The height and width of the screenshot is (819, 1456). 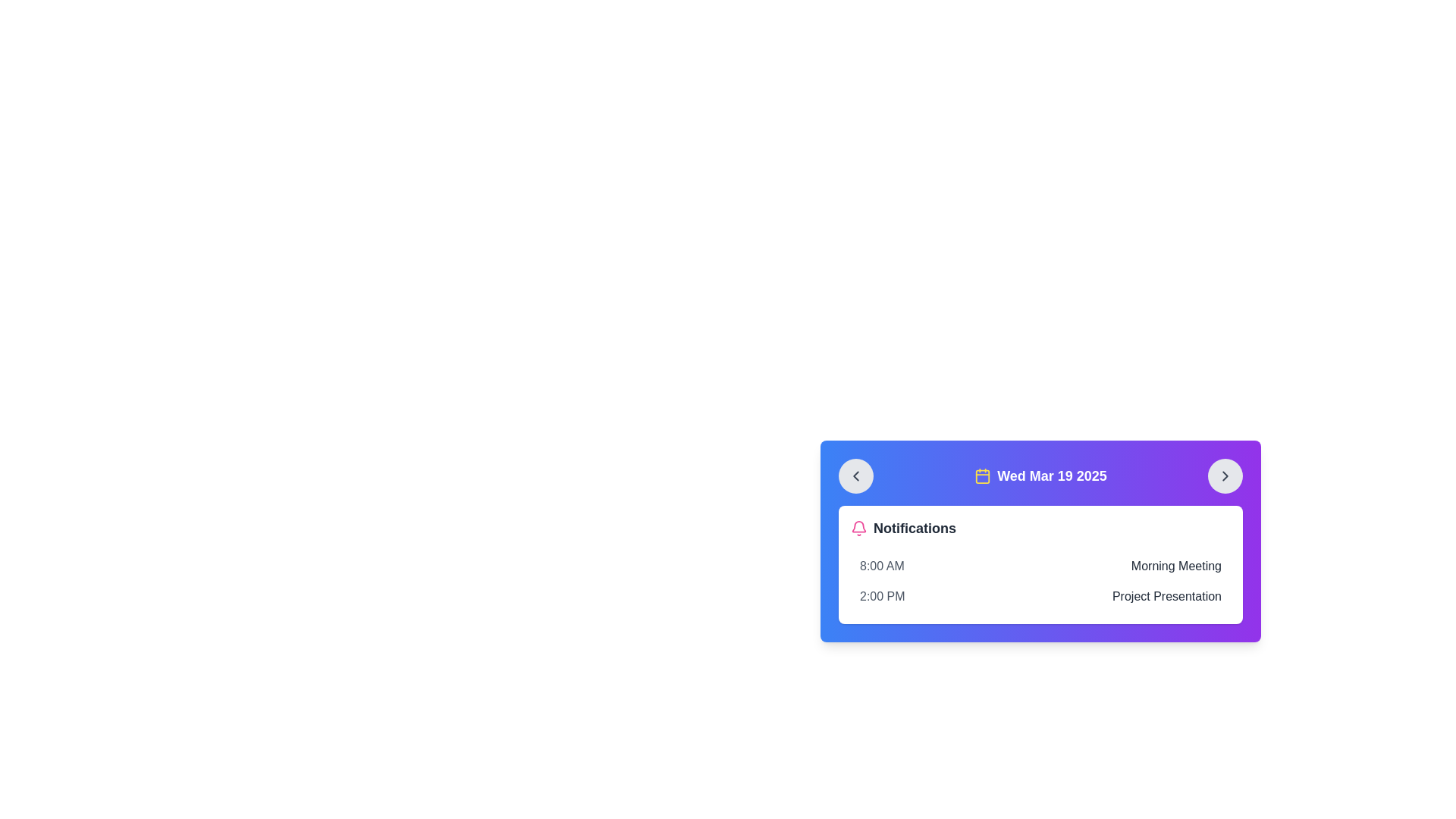 What do you see at coordinates (855, 475) in the screenshot?
I see `the circular button with a light gray background and a dark chevron-left icon to trigger the background color change effect` at bounding box center [855, 475].